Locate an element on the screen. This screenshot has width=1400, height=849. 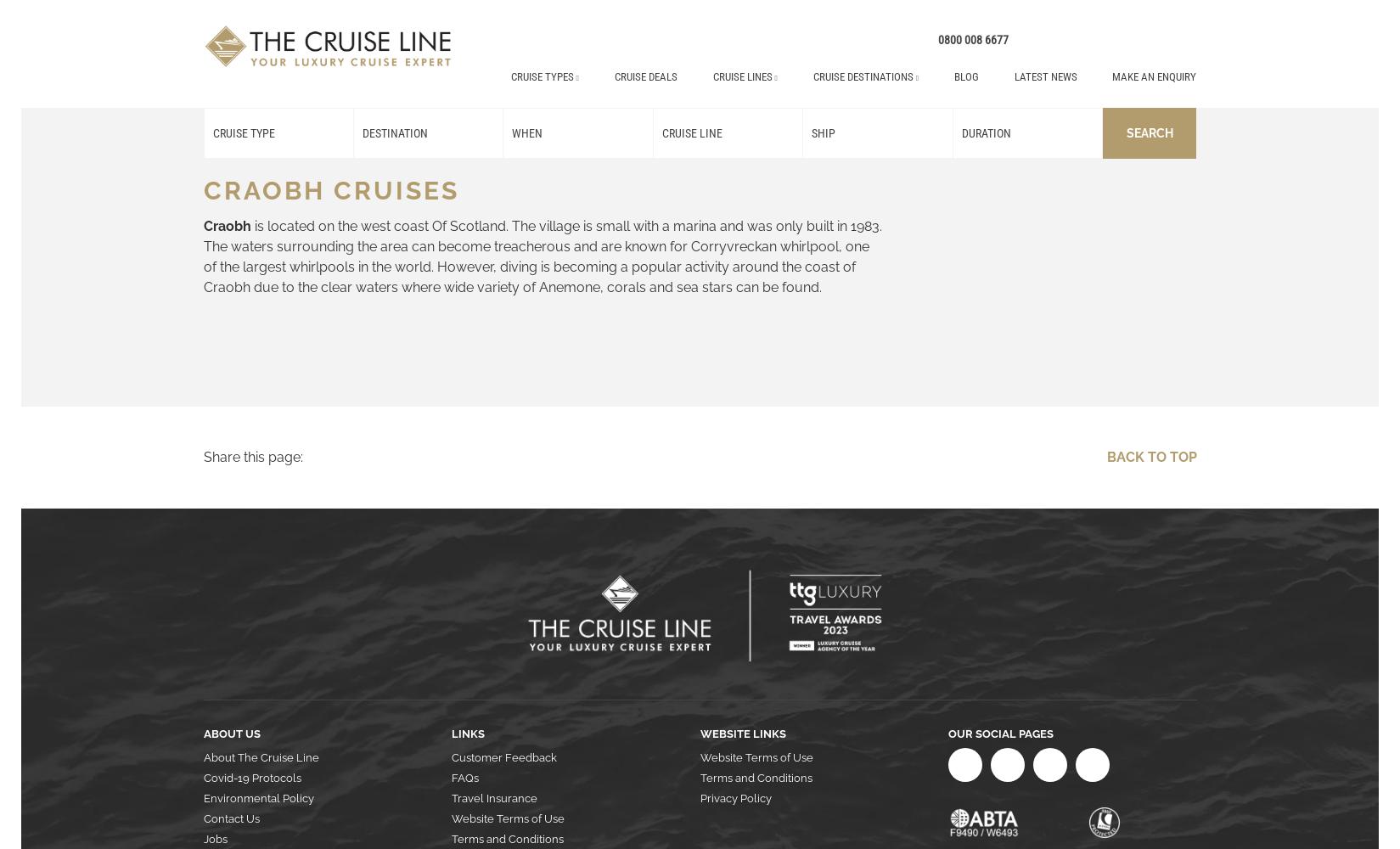
'Enter your details below or call us on 0800 008 6677' is located at coordinates (696, 569).